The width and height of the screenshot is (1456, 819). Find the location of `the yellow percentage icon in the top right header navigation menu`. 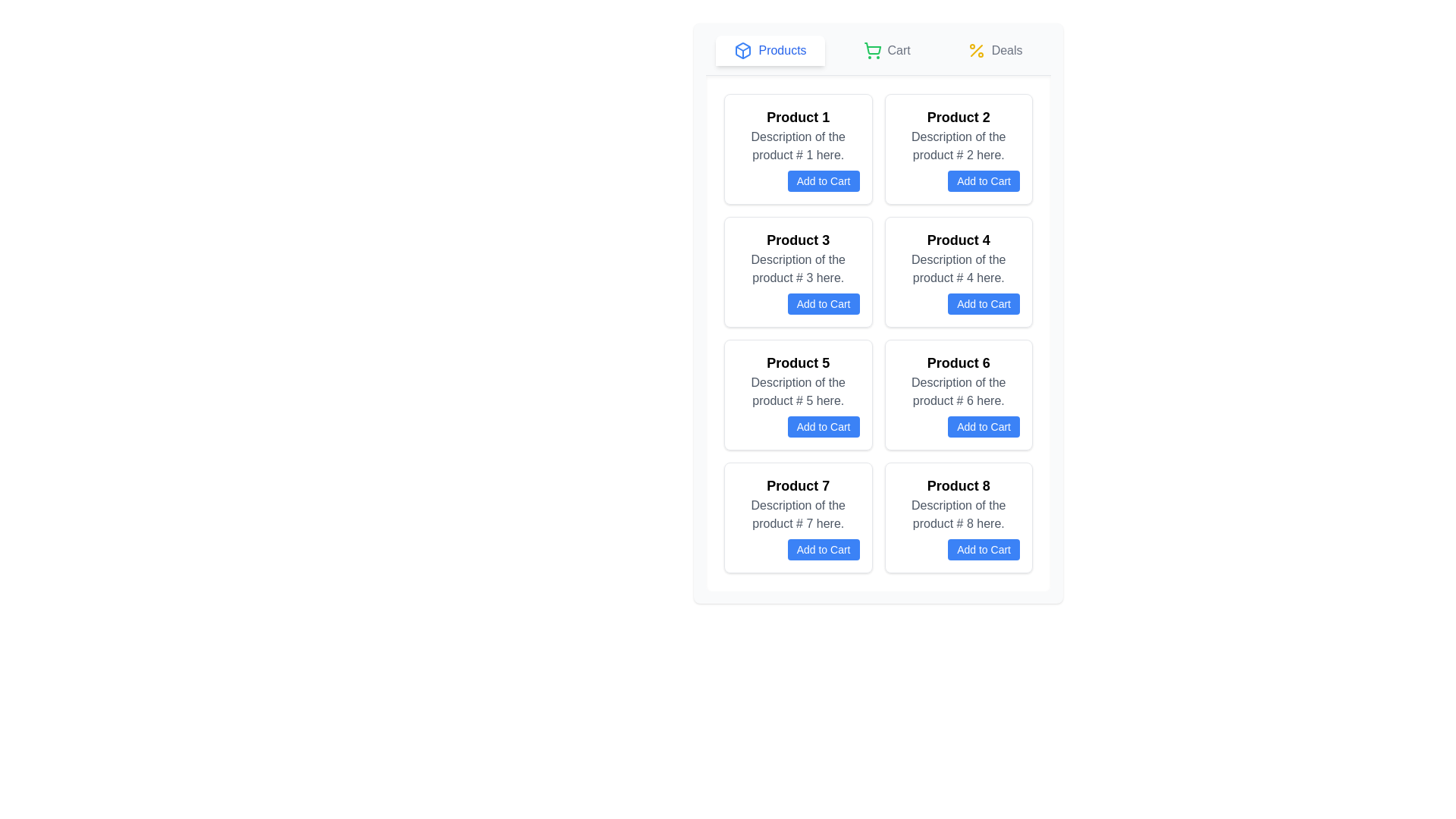

the yellow percentage icon in the top right header navigation menu is located at coordinates (976, 49).